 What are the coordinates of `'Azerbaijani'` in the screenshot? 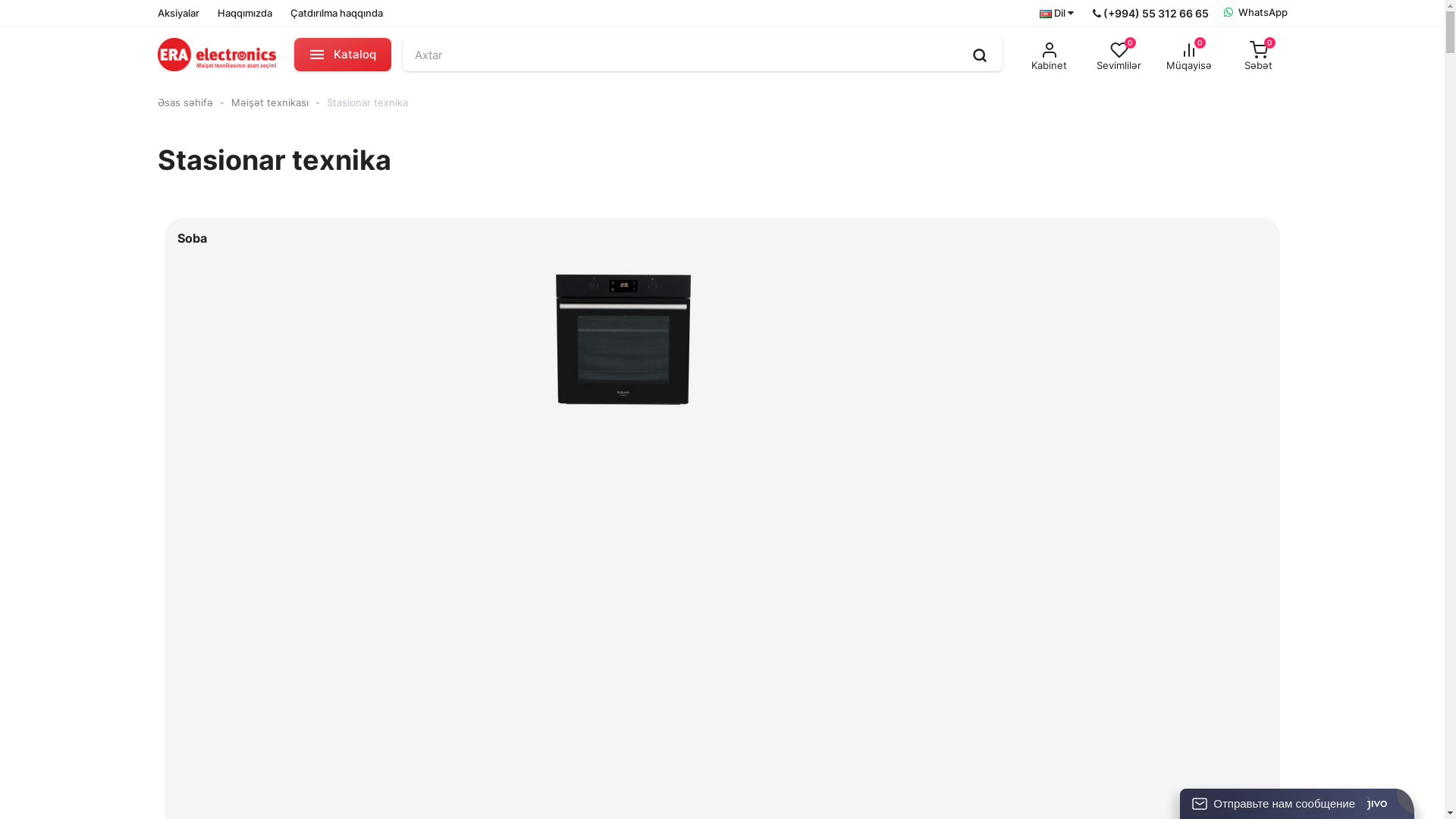 It's located at (1037, 14).